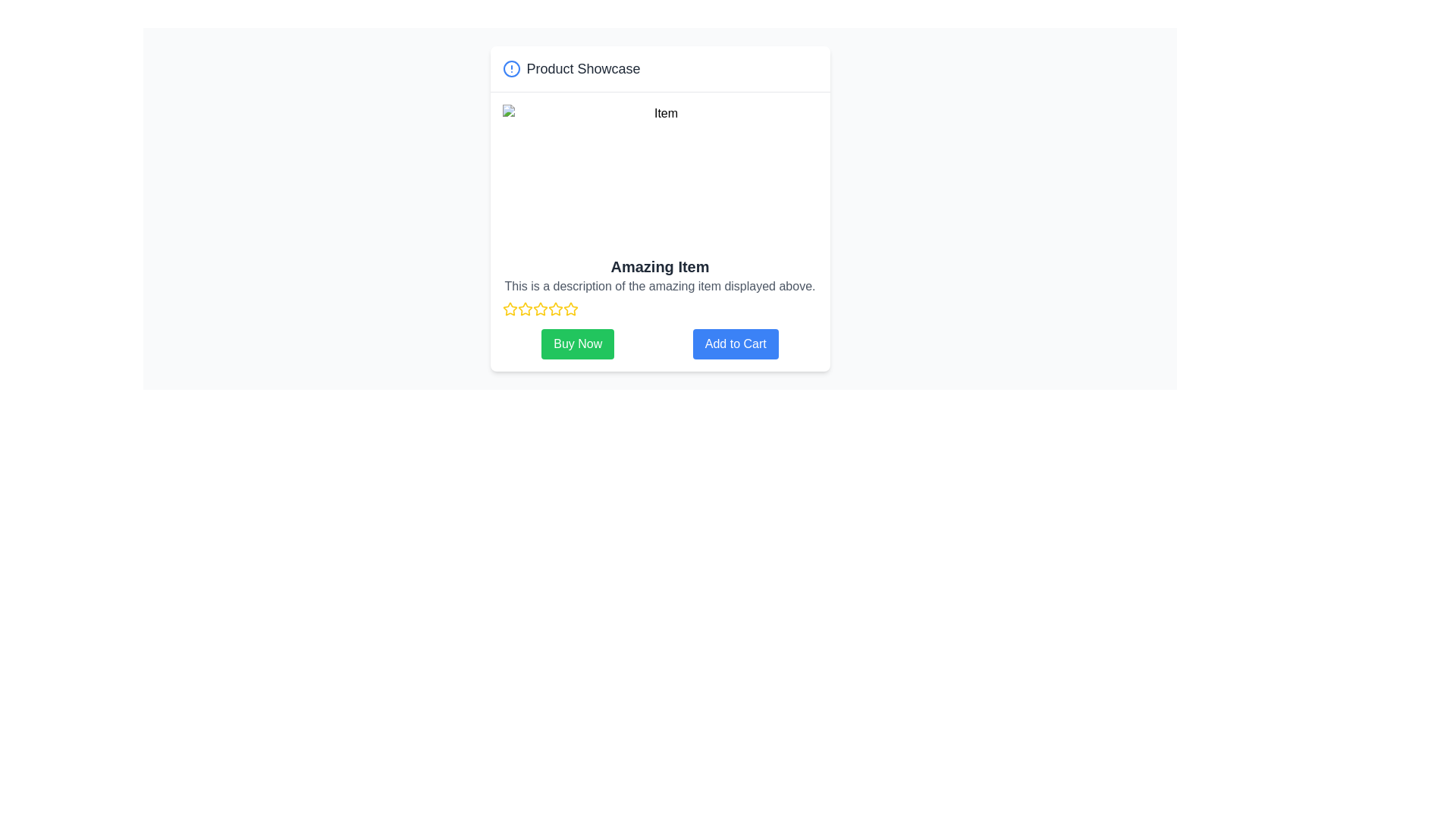  Describe the element at coordinates (582, 69) in the screenshot. I see `text 'Product Showcase' which is the heading for the card located at the top-left portion beside an icon` at that location.